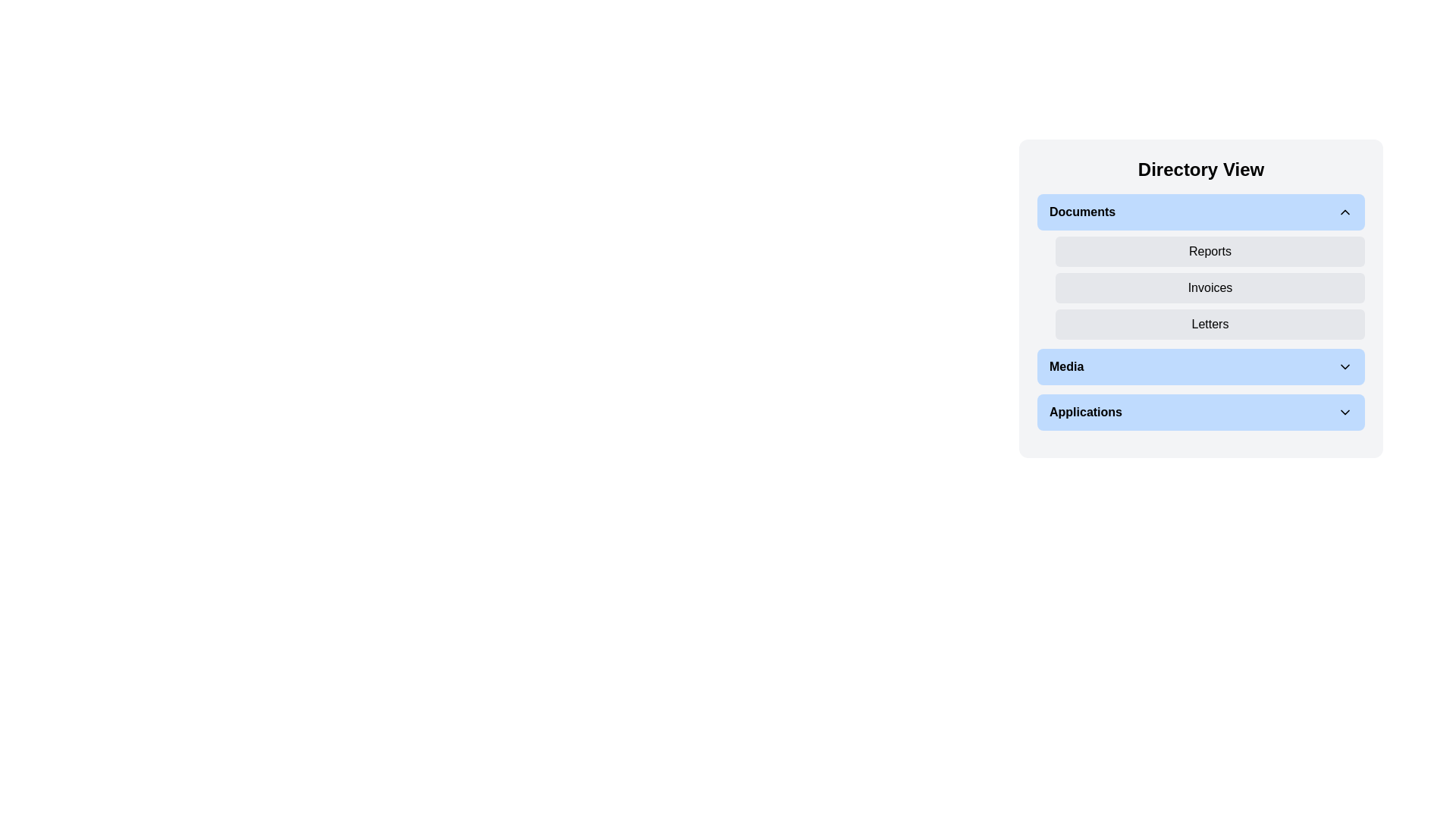 The width and height of the screenshot is (1456, 819). I want to click on the 'Invoices' button, so click(1200, 298).